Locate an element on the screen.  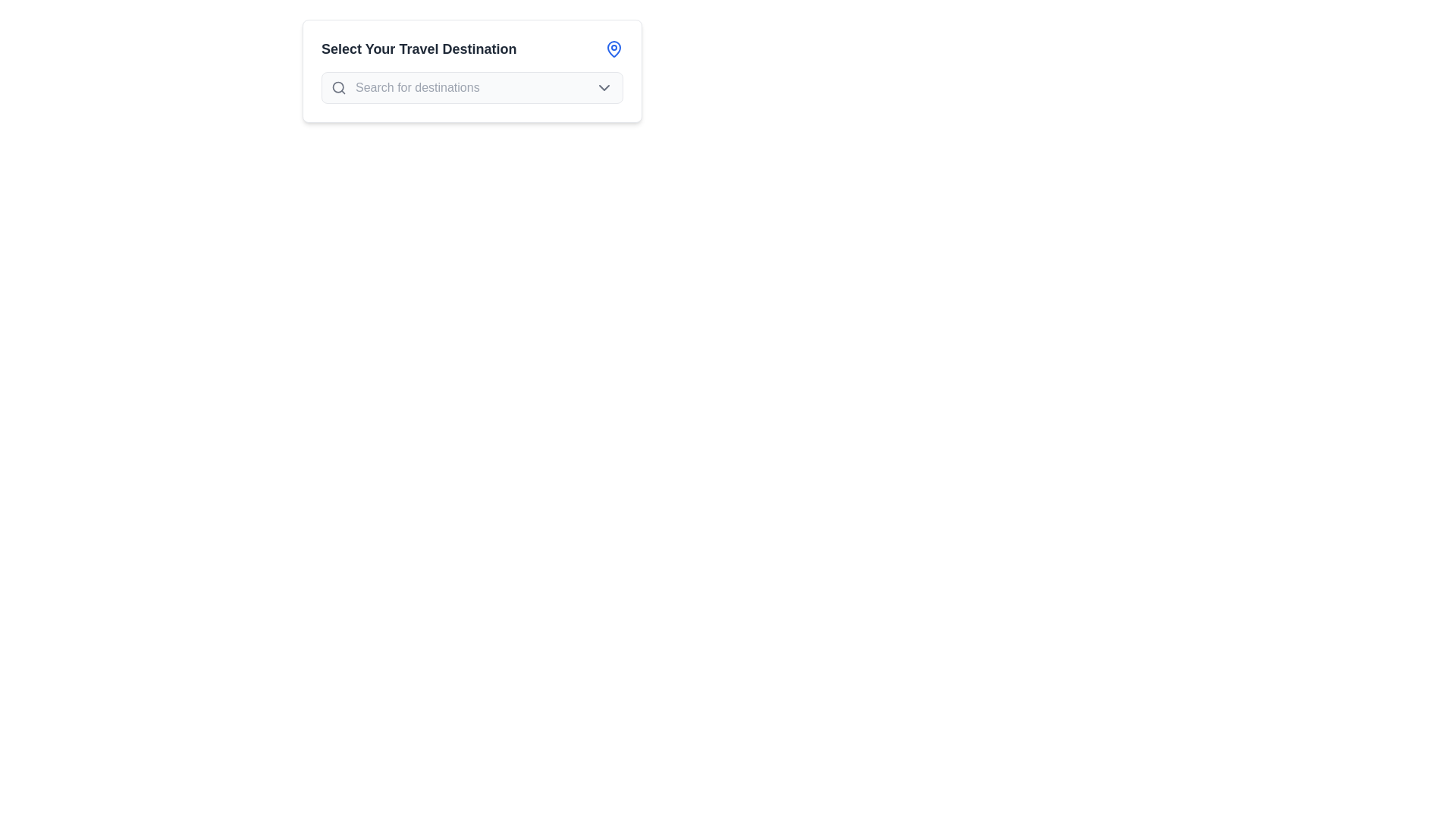
the map pin icon located at the top-right corner of the 'Select Your Travel Destination' heading, which indicates a location-based action is located at coordinates (614, 49).